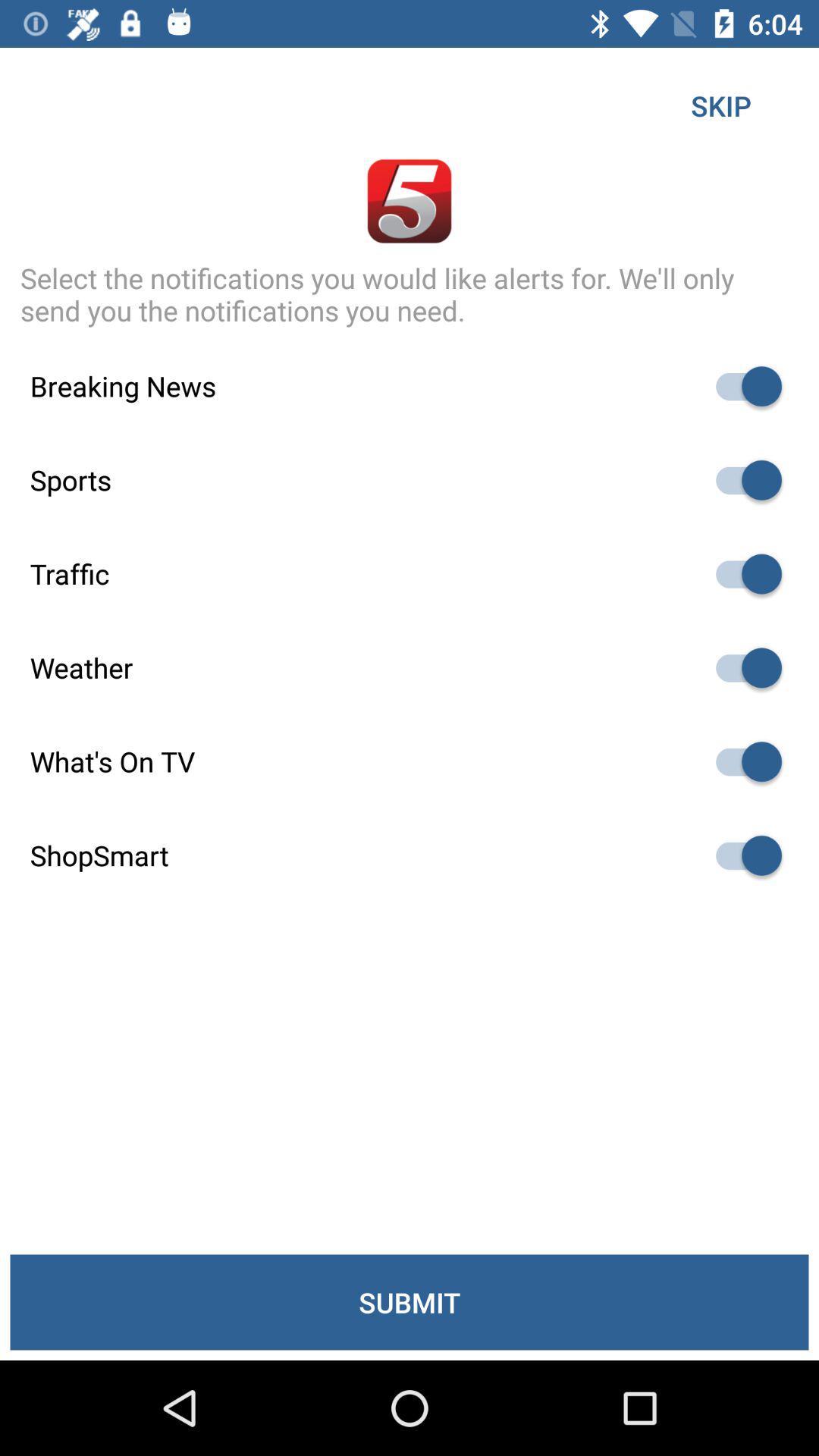 Image resolution: width=819 pixels, height=1456 pixels. Describe the element at coordinates (741, 761) in the screenshot. I see `television programming toggle on` at that location.